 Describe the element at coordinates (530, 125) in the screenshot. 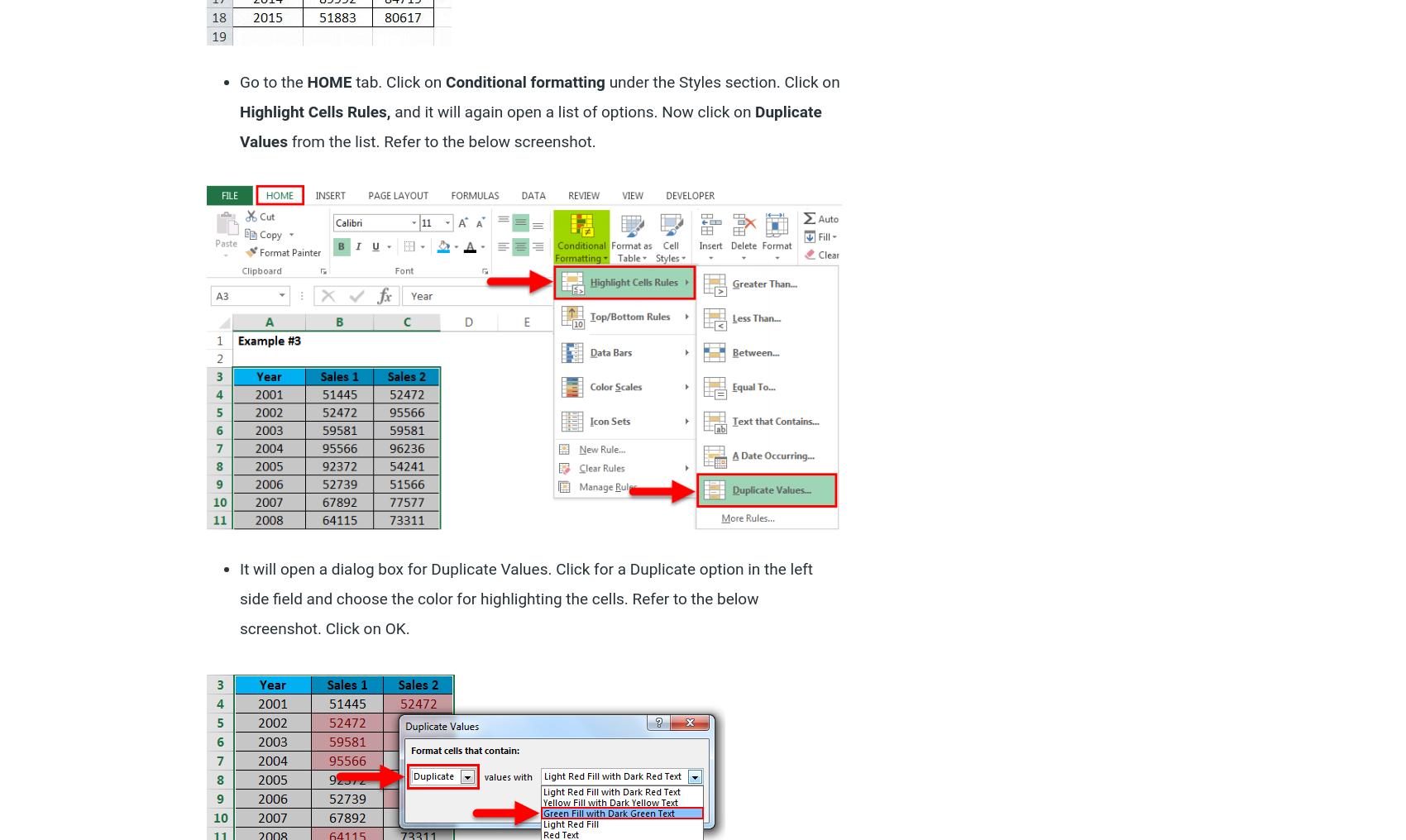

I see `'Duplicate Values'` at that location.